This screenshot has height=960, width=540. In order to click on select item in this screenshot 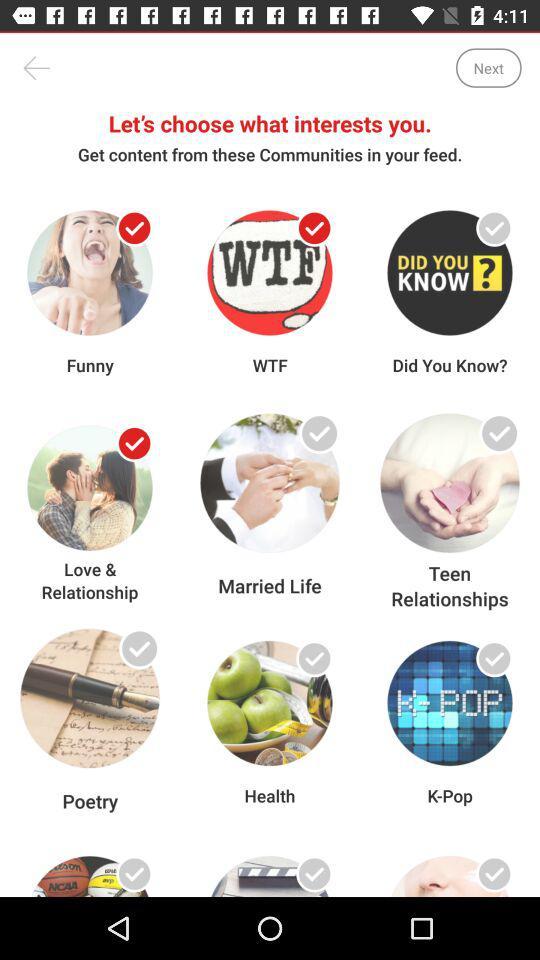, I will do `click(493, 873)`.